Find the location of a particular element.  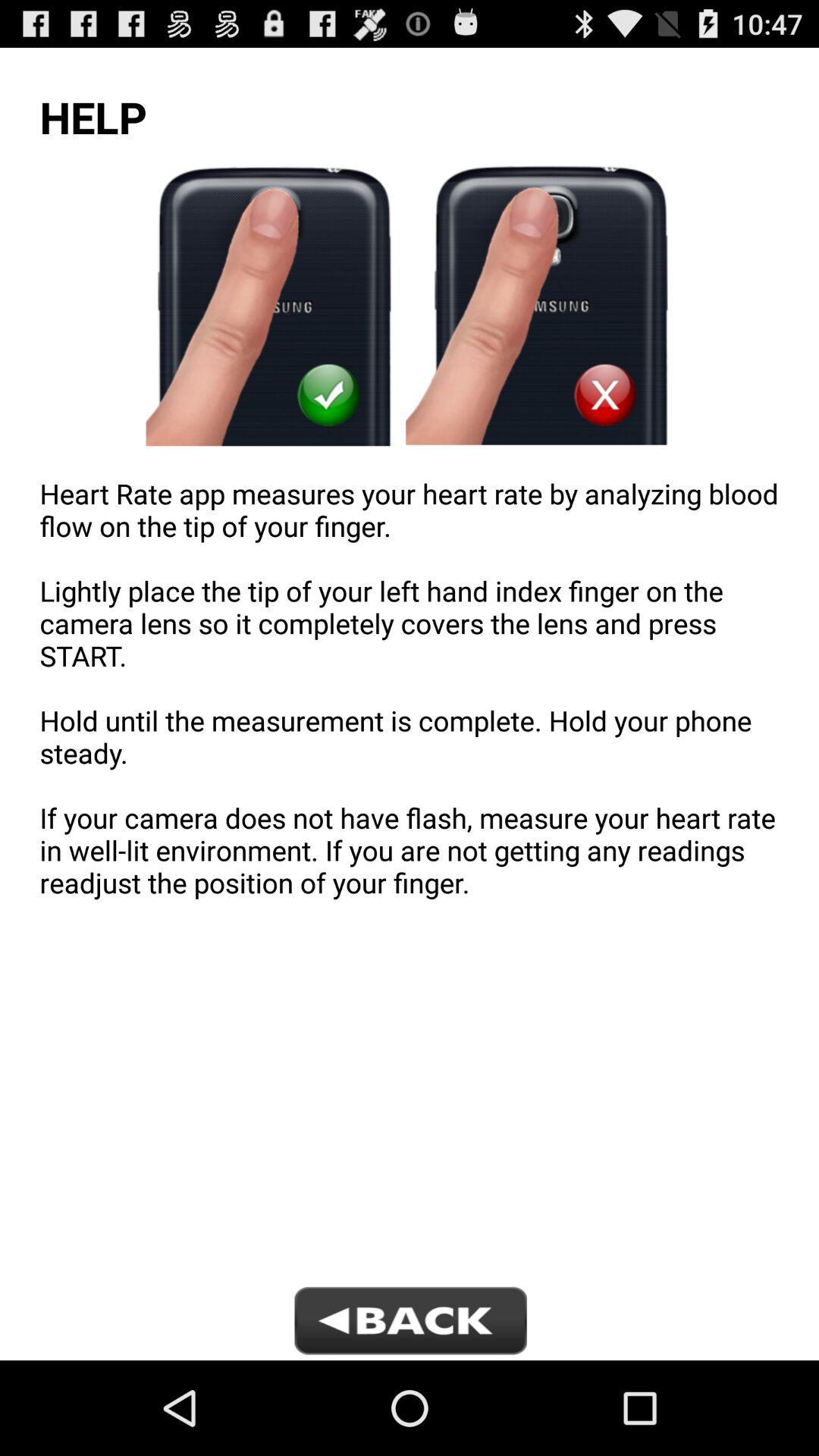

go back is located at coordinates (409, 1323).